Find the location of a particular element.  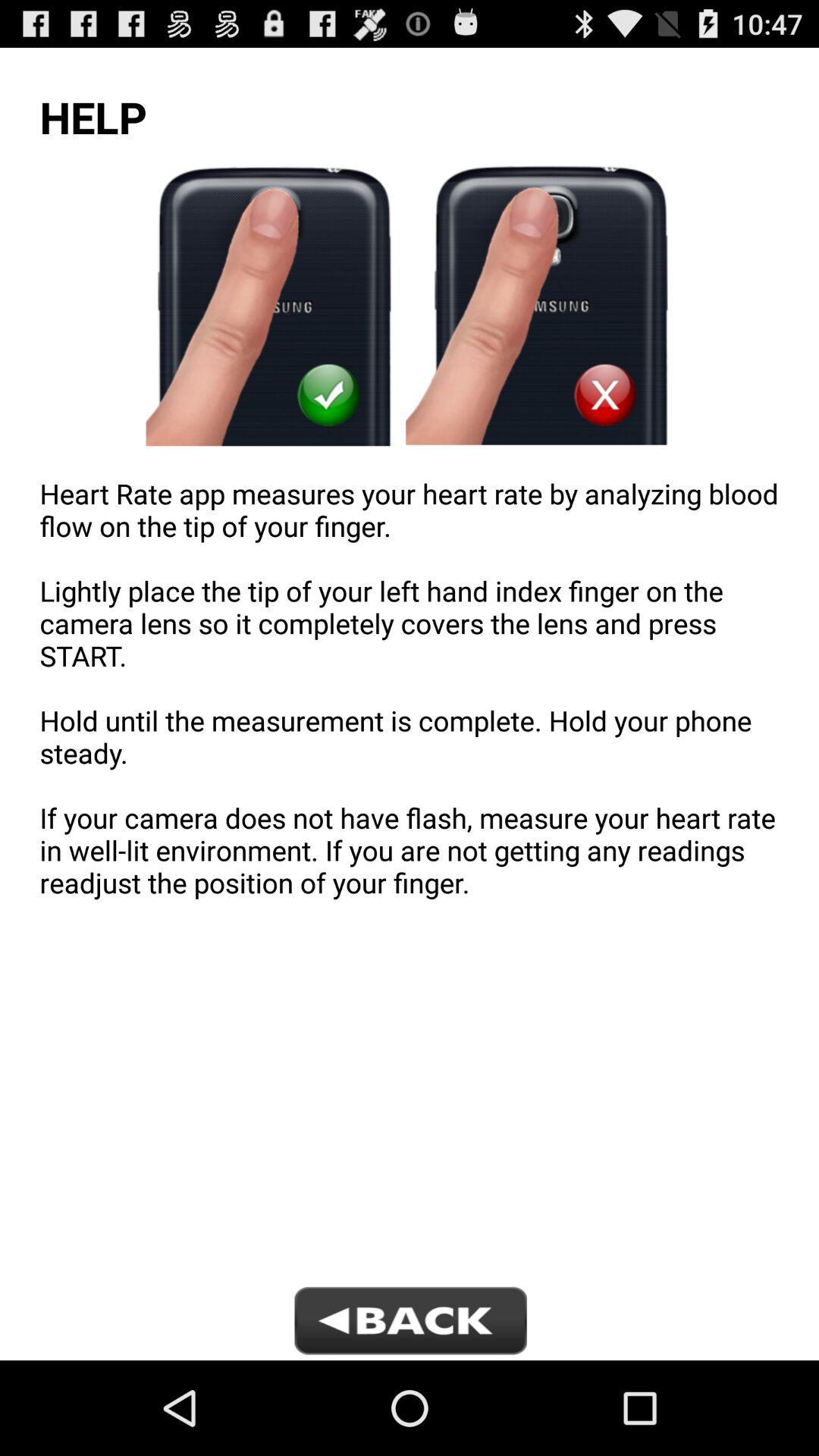

go back is located at coordinates (409, 1323).